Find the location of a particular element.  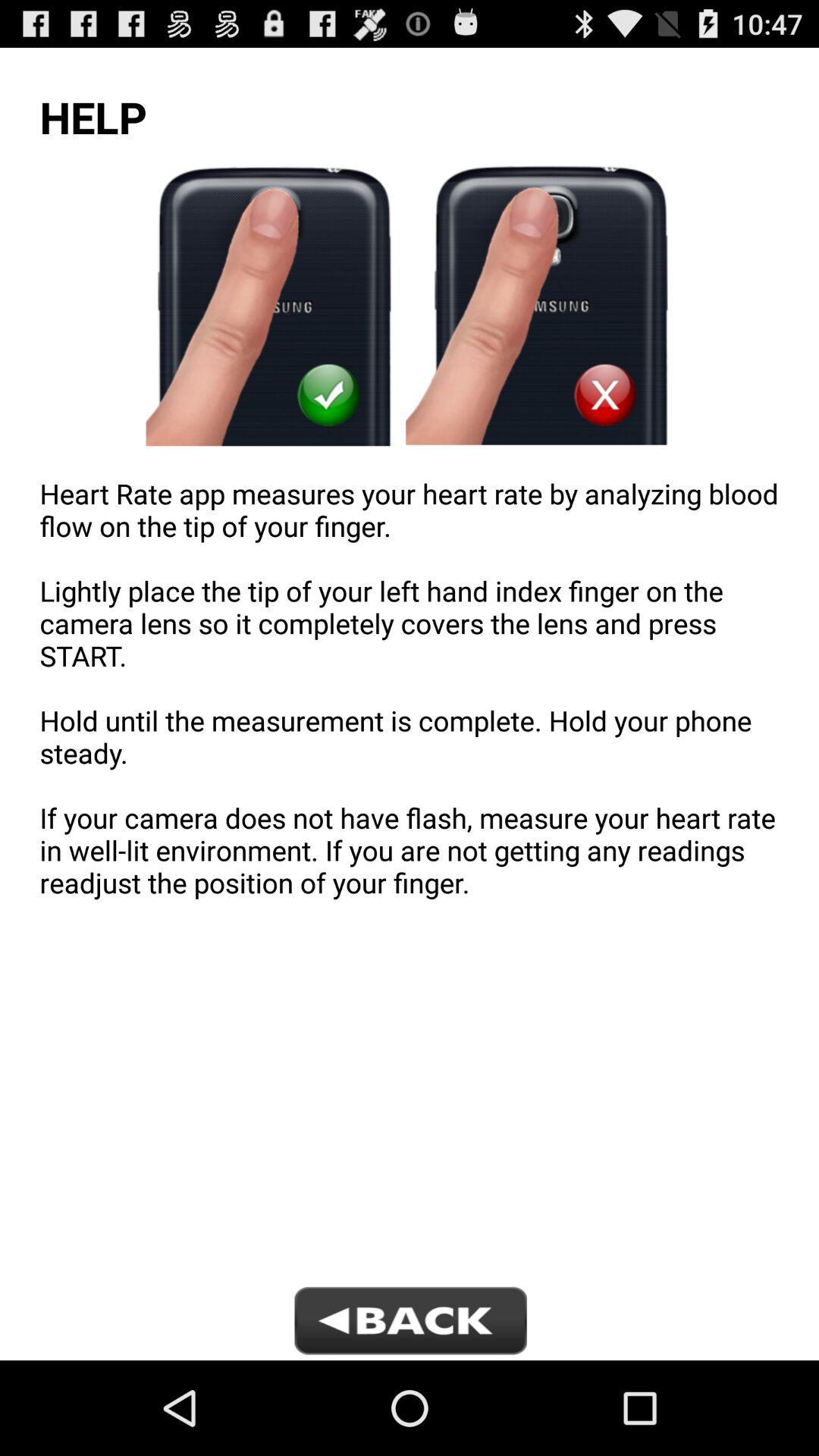

go back is located at coordinates (409, 1323).